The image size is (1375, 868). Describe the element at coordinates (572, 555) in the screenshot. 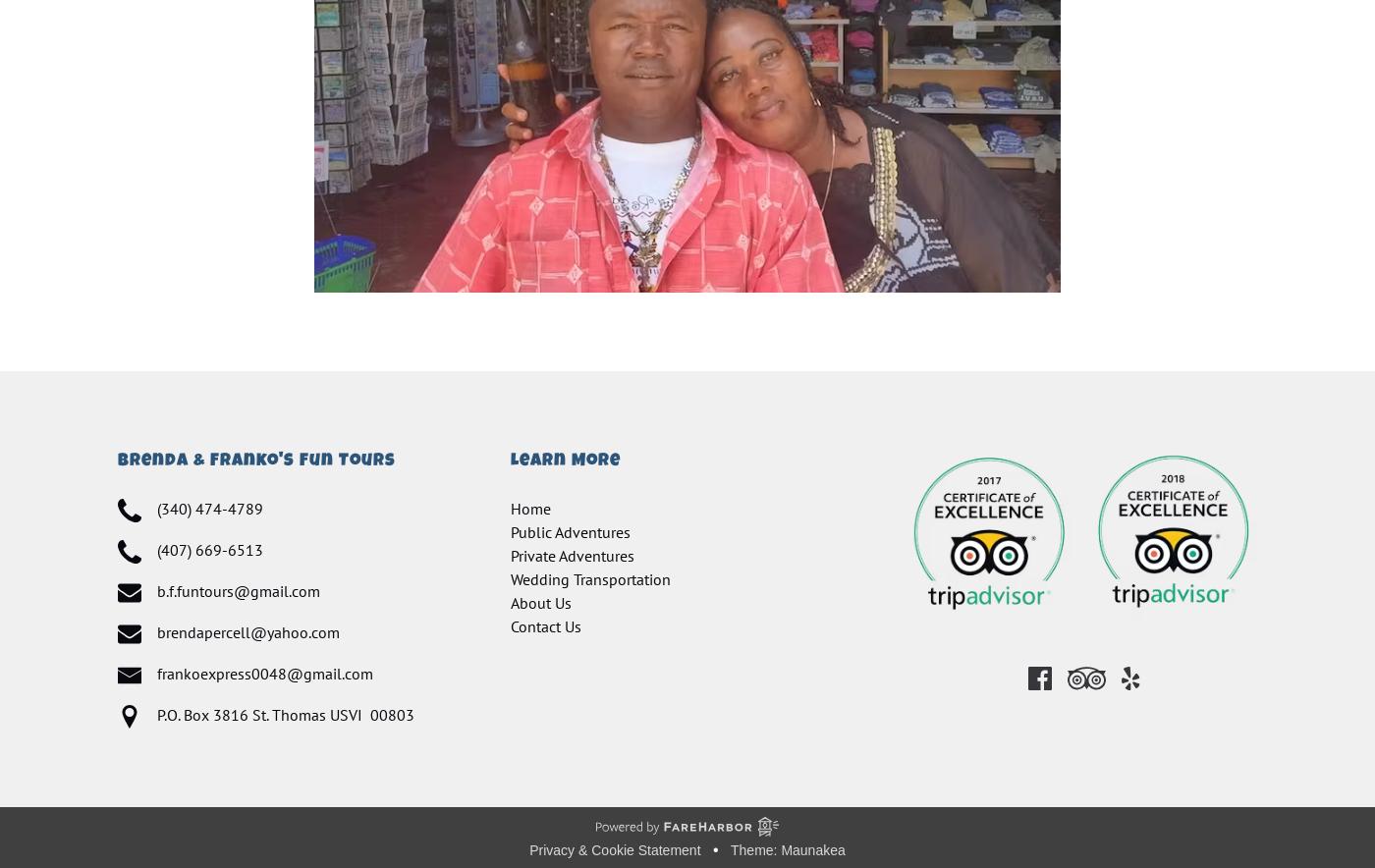

I see `'Private Adventures'` at that location.